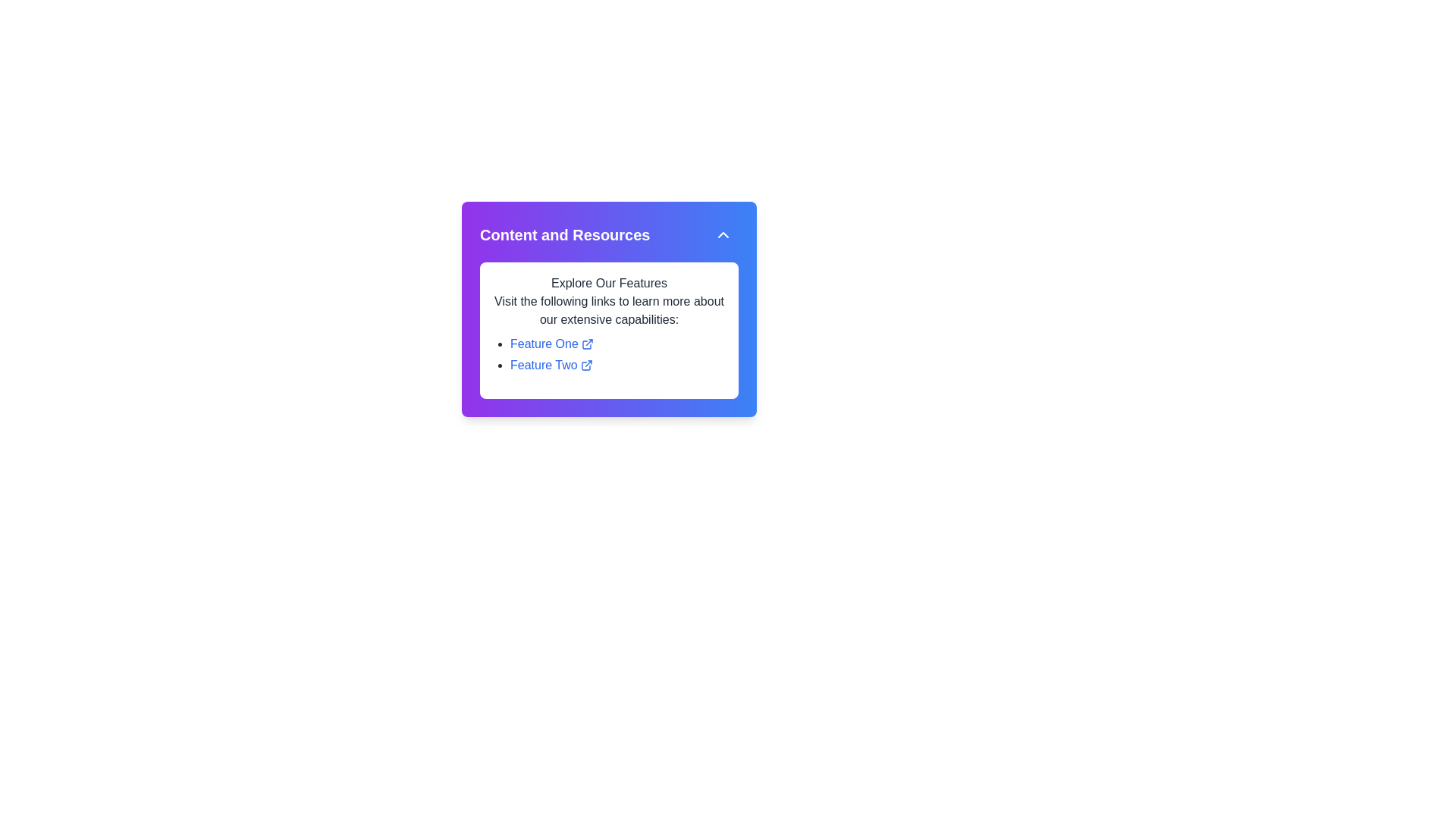  I want to click on the icon, which is a horizontal rectangle with rounded corners in an SVG group, located on the bottom-right of a content card containing features and links, so click(585, 366).